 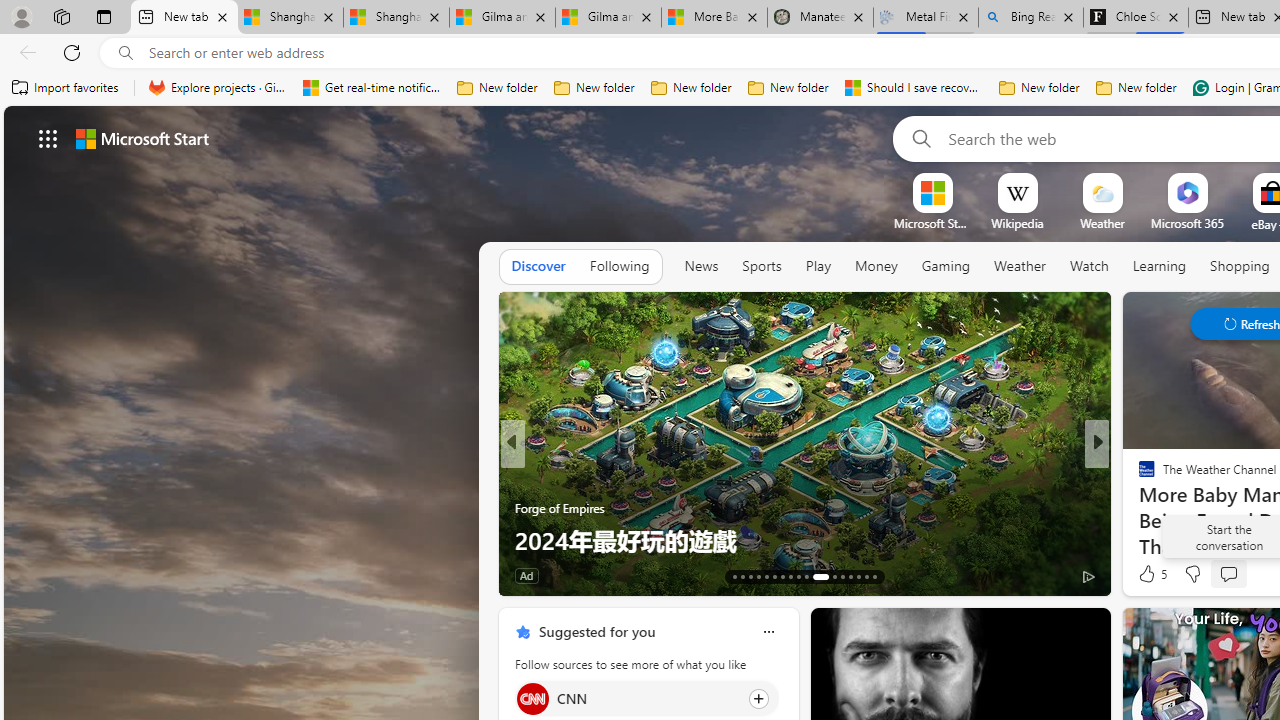 I want to click on 'AutomationID: tab-17', so click(x=765, y=577).